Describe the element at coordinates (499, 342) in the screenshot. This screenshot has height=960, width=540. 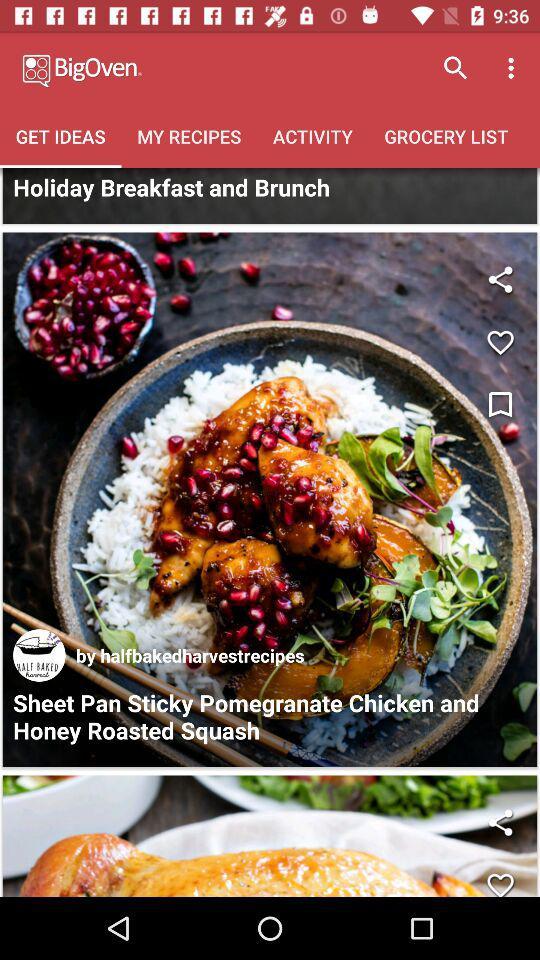
I see `like the page` at that location.